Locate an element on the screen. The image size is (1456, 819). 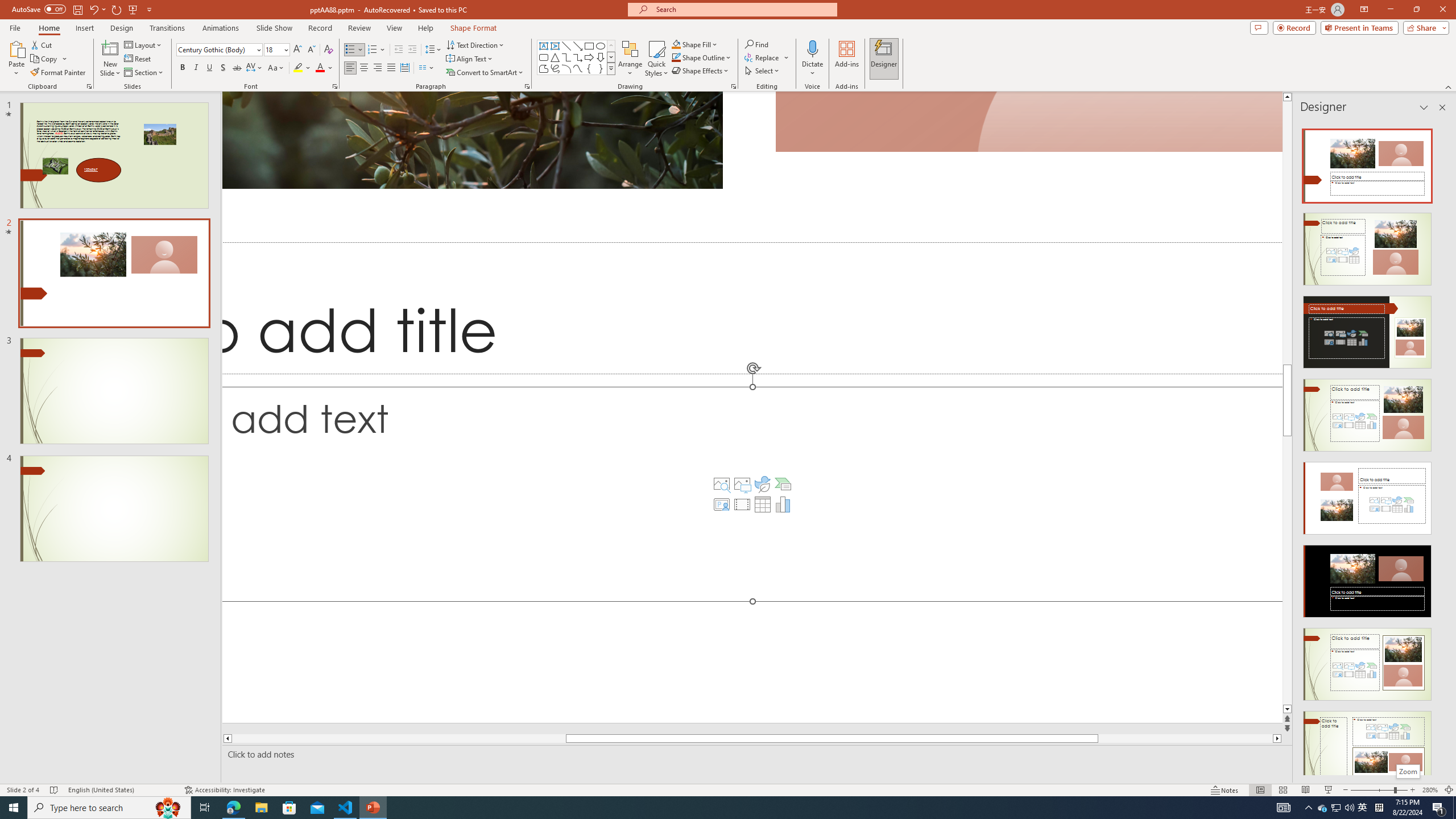
'Task Pane Options' is located at coordinates (1423, 107).